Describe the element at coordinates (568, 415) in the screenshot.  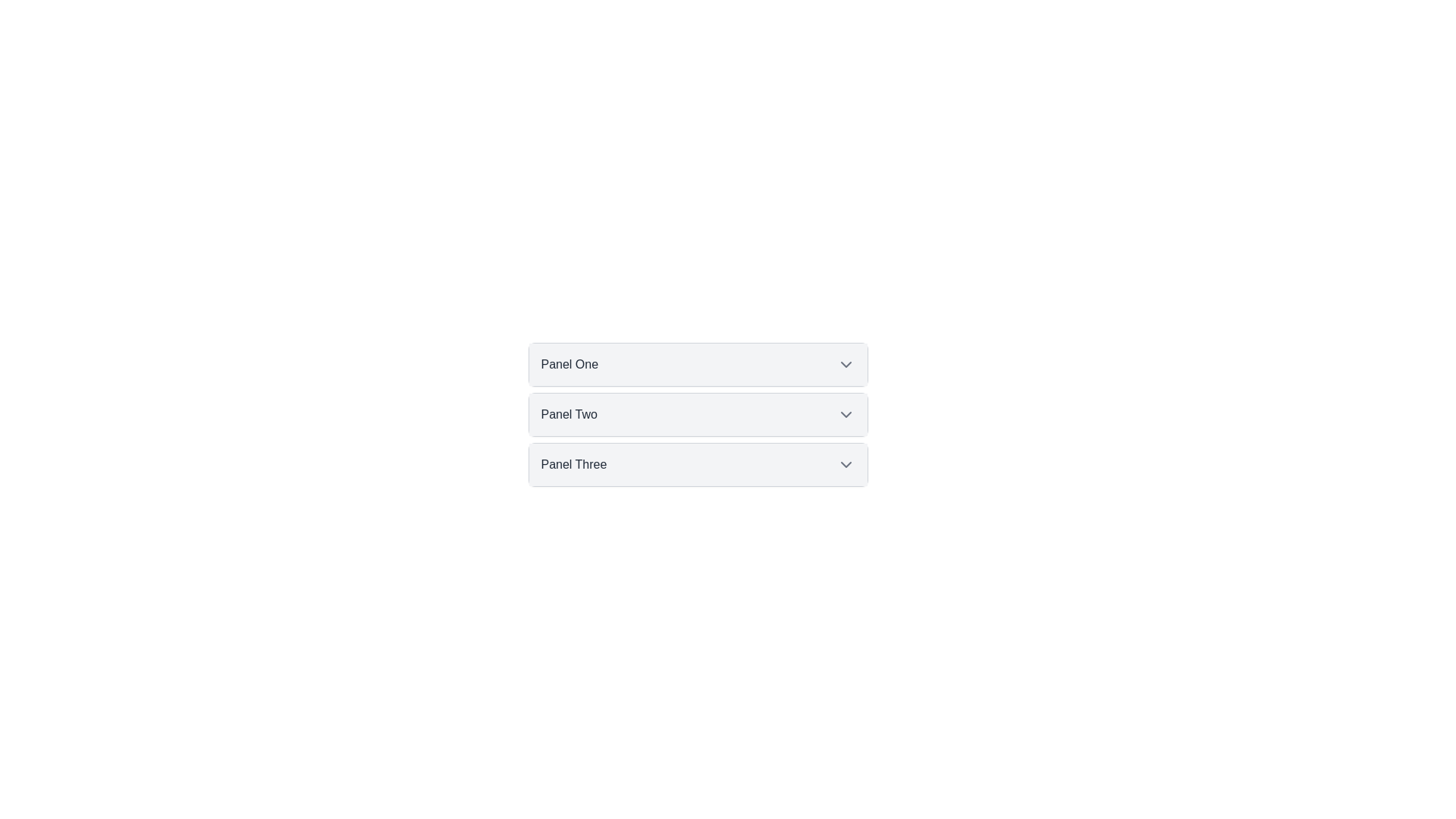
I see `the 'Panel Two' text label` at that location.